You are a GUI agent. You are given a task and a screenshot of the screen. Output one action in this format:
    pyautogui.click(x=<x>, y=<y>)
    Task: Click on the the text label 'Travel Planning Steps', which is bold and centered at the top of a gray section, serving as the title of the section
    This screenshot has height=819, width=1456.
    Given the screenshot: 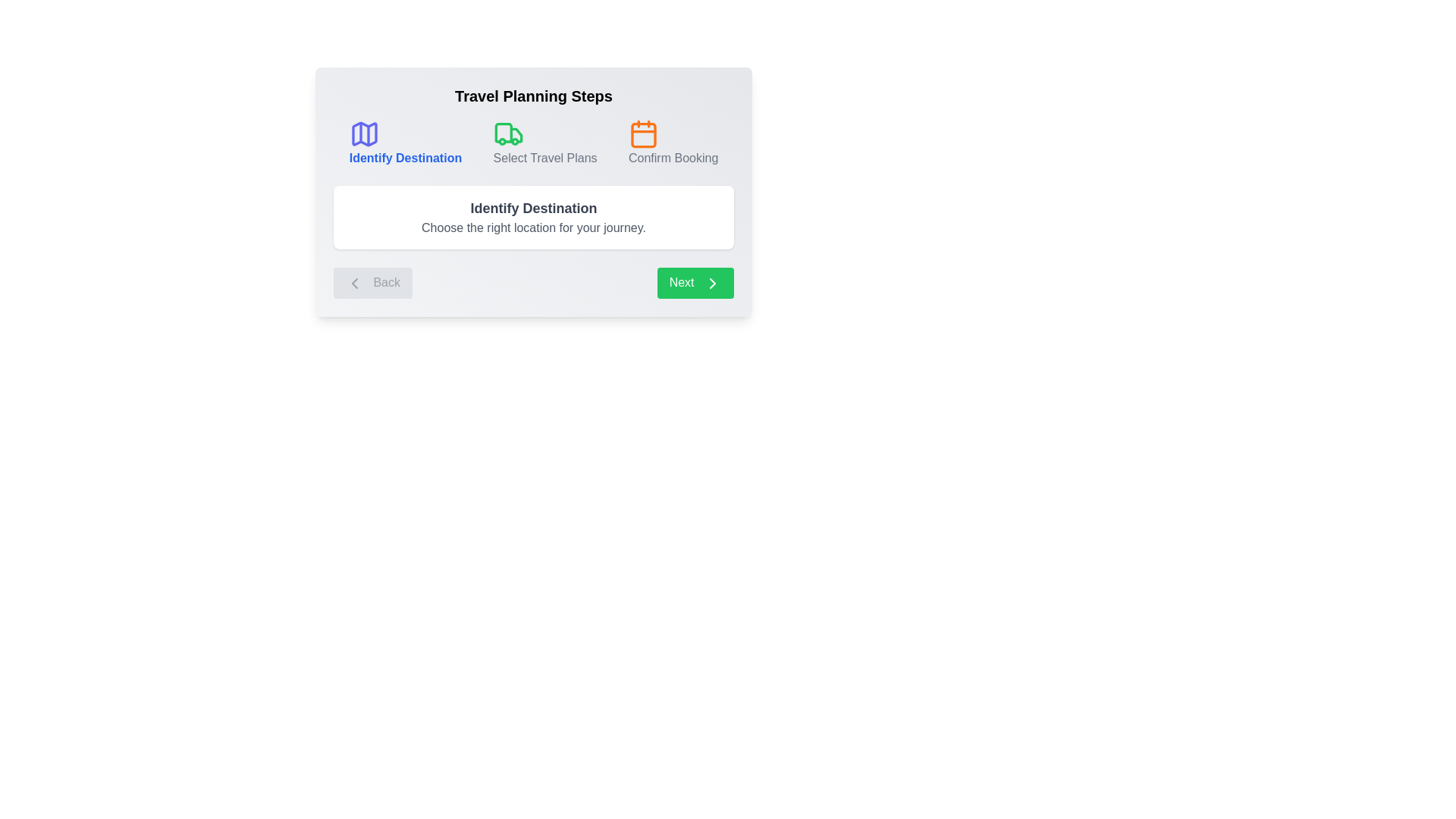 What is the action you would take?
    pyautogui.click(x=534, y=96)
    